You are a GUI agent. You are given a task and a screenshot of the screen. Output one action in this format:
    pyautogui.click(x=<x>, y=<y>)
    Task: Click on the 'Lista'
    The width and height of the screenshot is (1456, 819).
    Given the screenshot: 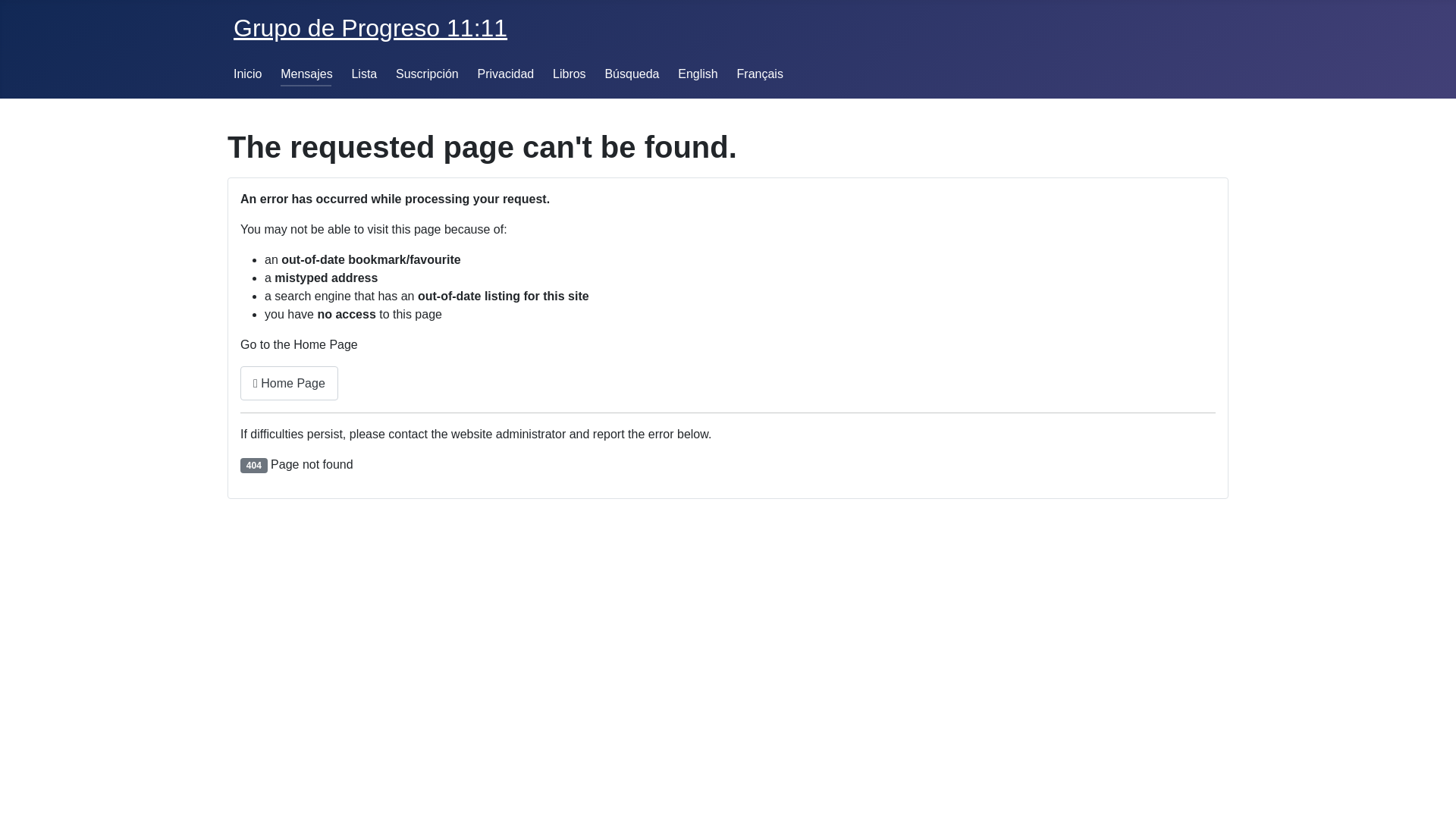 What is the action you would take?
    pyautogui.click(x=350, y=74)
    